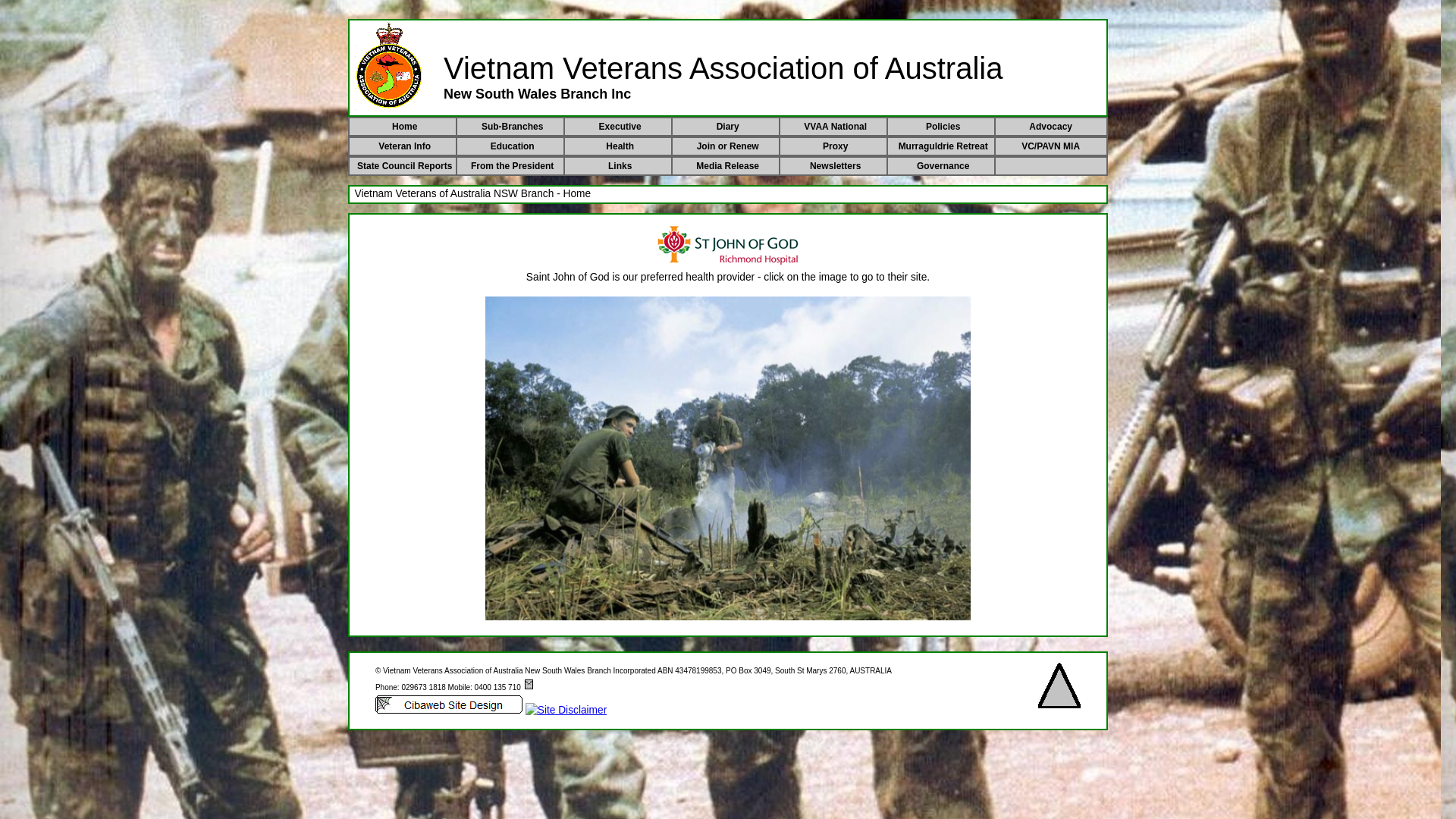  What do you see at coordinates (942, 146) in the screenshot?
I see `'Murraguldrie Retreat'` at bounding box center [942, 146].